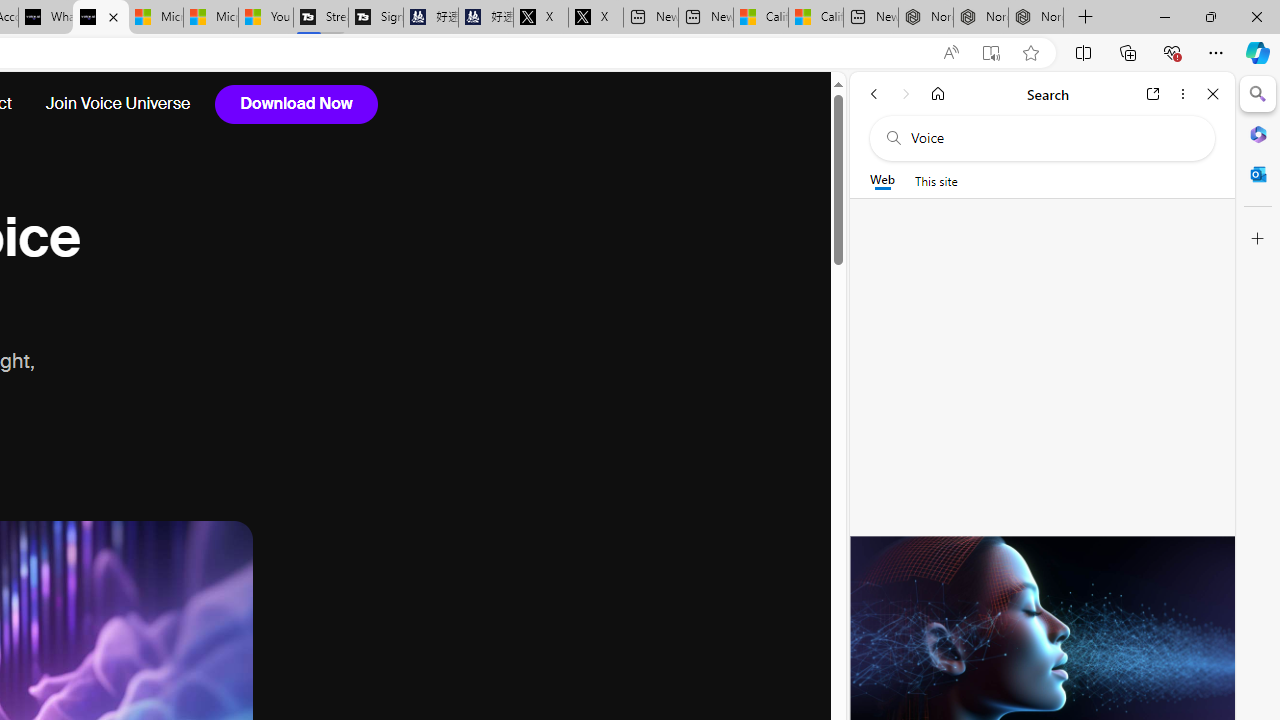  What do you see at coordinates (108, 104) in the screenshot?
I see `'Join Voice Universe'` at bounding box center [108, 104].